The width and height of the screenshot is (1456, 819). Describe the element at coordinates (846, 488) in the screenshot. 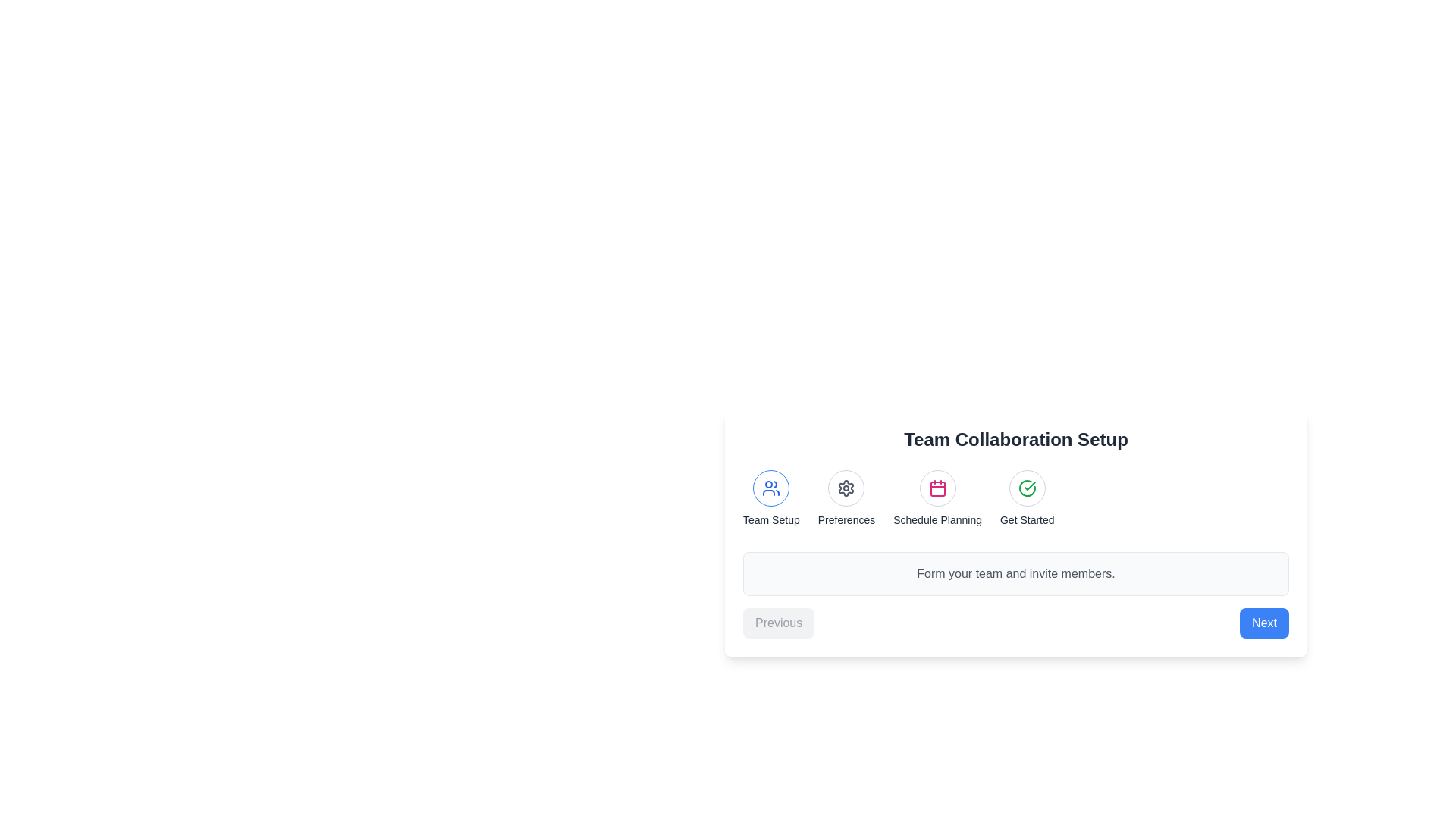

I see `the second circular icon in a group of four icons, which is associated with navigating to the 'Preferences' section` at that location.